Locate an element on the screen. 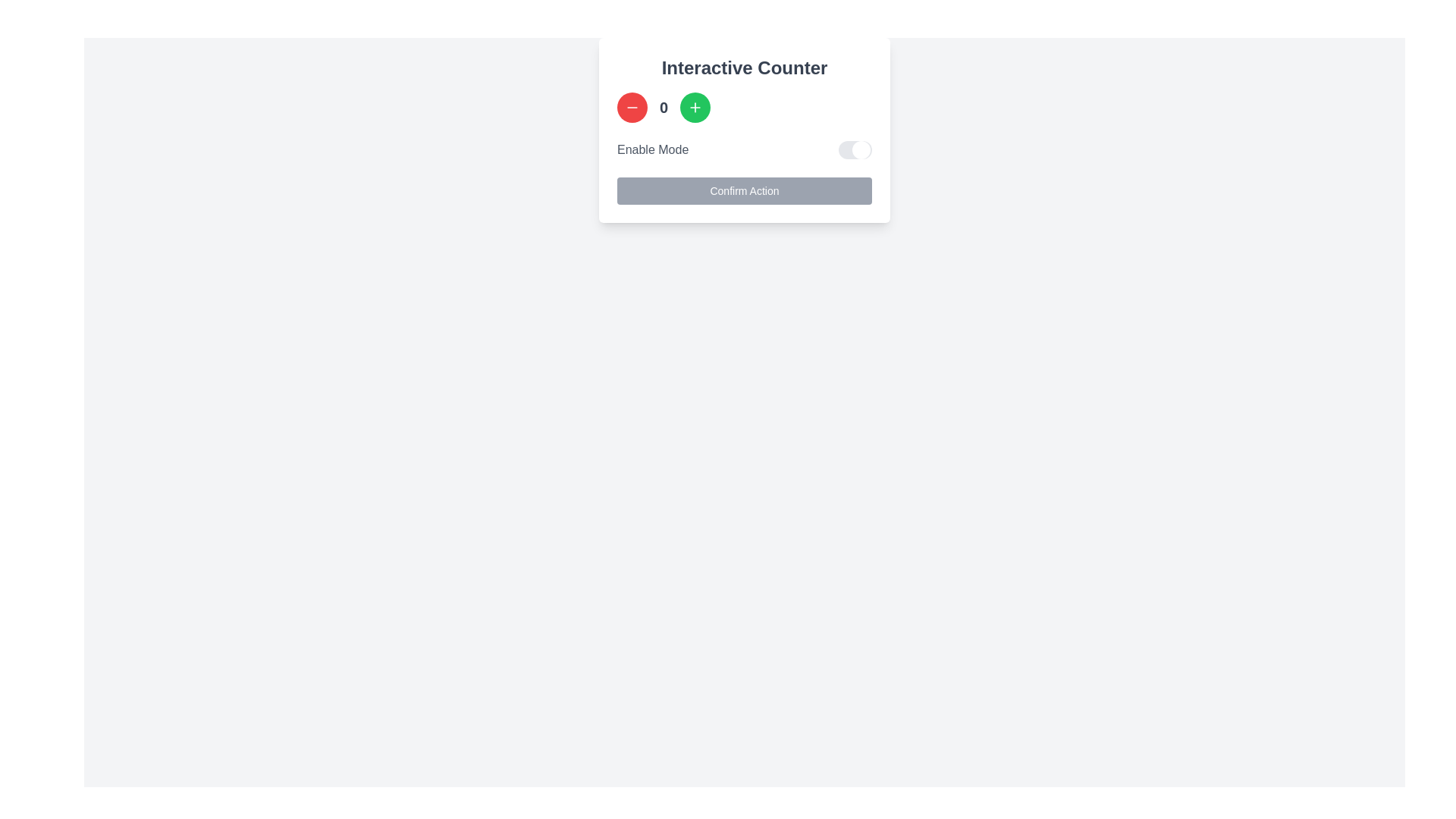 This screenshot has width=1456, height=819. the red circular button with a white minus sign located in the 'Interactive Counter' card is located at coordinates (632, 107).